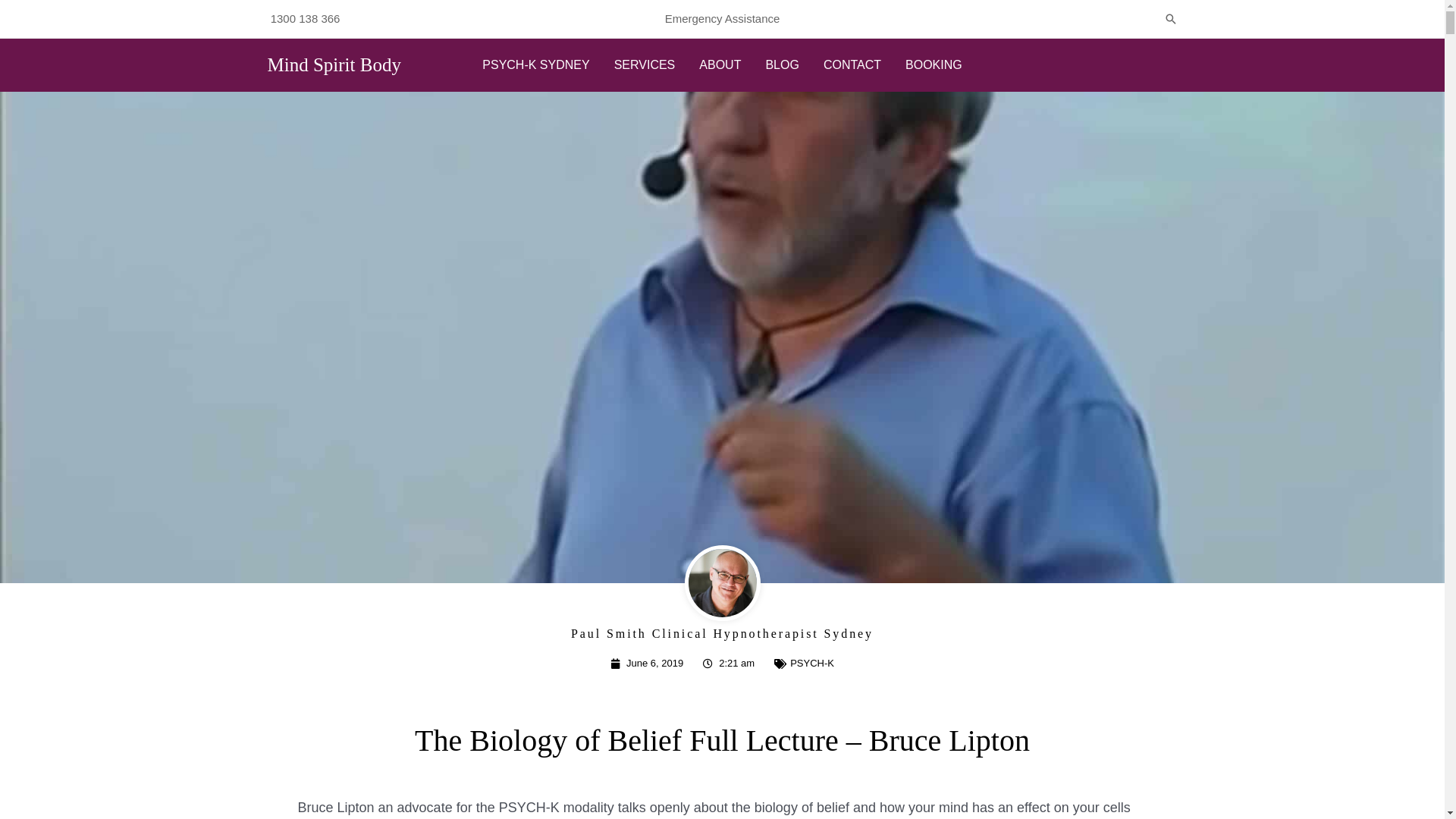 This screenshot has height=819, width=1456. Describe the element at coordinates (722, 18) in the screenshot. I see `'Emergency Assistance'` at that location.